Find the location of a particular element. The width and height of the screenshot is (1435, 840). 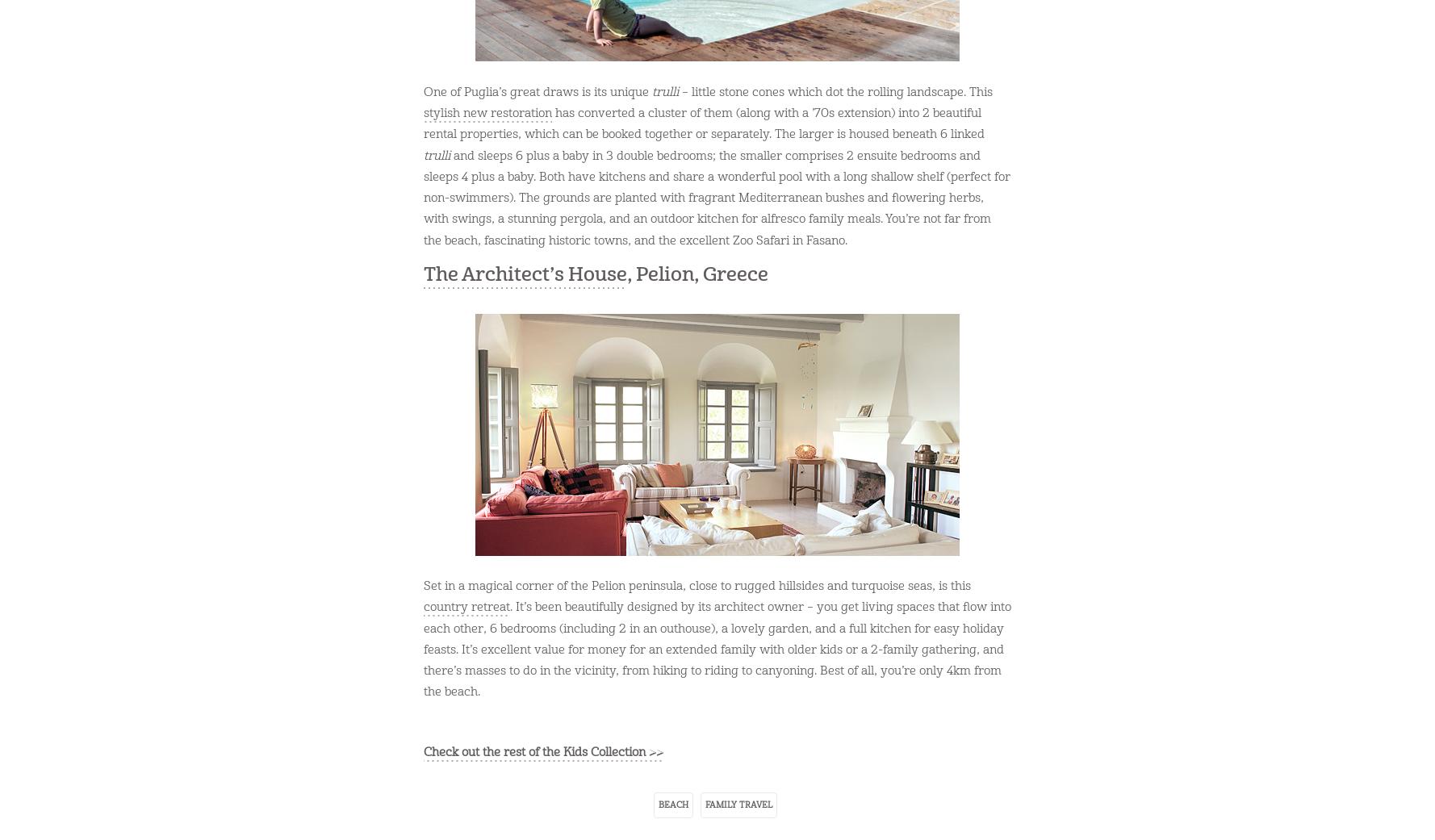

'and sleeps 6 plus a baby in 3 double bedrooms; the smaller comprises 2 ensuite bedrooms and sleeps 4 plus a baby. Both have kitchens and share a wonderful pool with a long shallow shelf (perfect for non-swimmers). The grounds are planted with fragrant Mediterranean bushes and flowering herbs, with swings, a stunning pergola, and an outdoor kitchen for alfresco family meals. You’re not far from the beach, fascinating historic towns, and the excellent Zoo Safari in Fasano.' is located at coordinates (716, 197).